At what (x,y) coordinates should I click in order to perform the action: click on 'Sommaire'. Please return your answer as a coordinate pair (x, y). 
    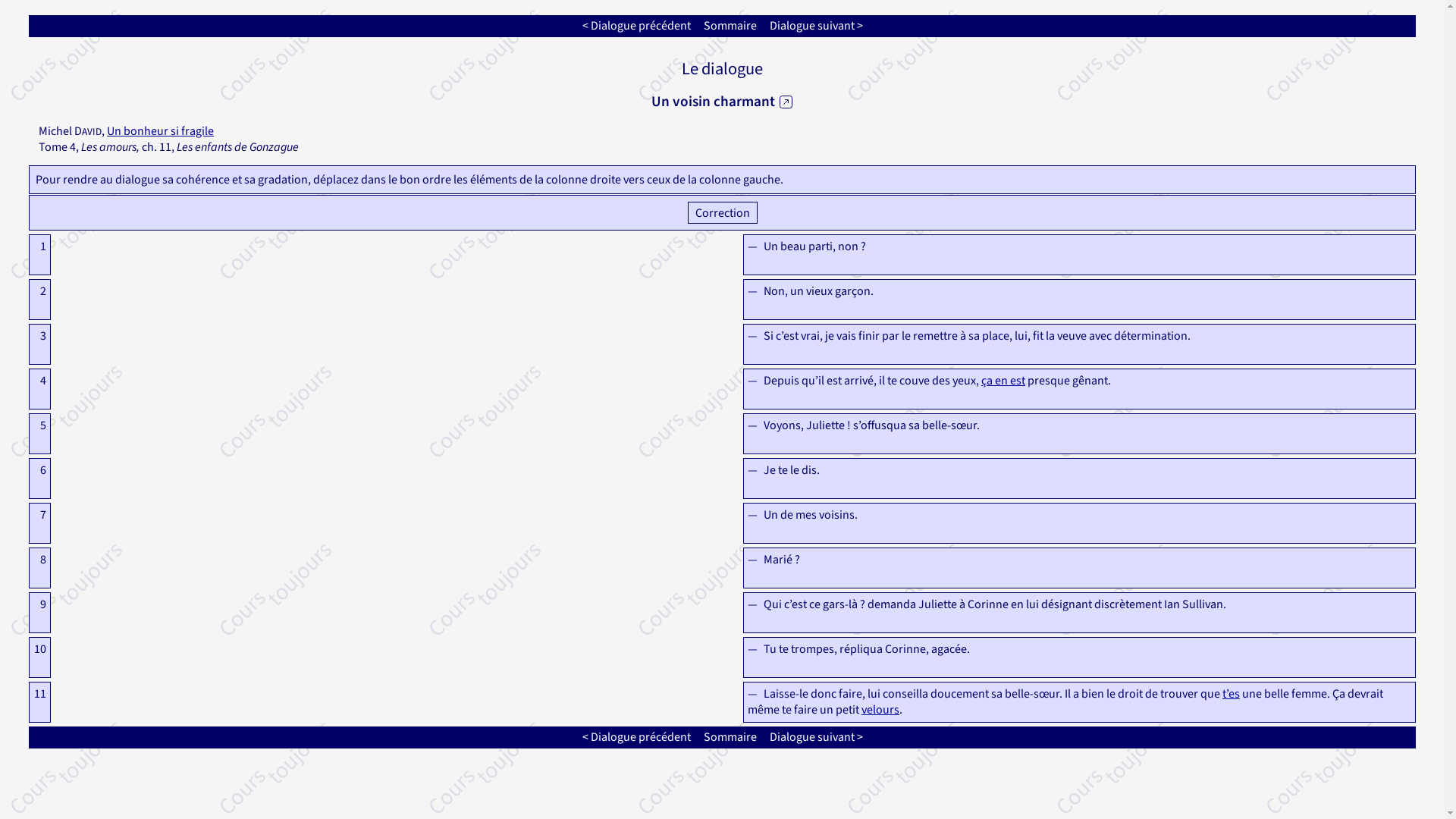
    Looking at the image, I should click on (729, 26).